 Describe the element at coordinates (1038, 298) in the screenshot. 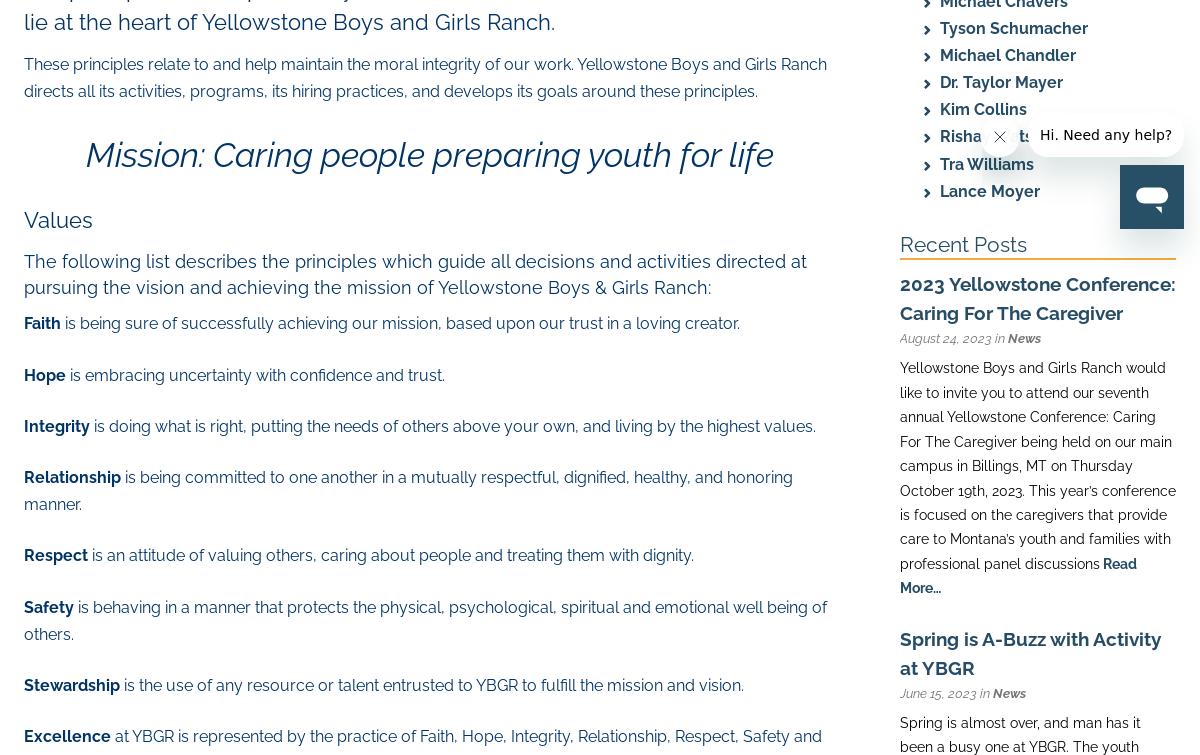

I see `'2023 Yellowstone Conference: Caring For The Caregiver'` at that location.